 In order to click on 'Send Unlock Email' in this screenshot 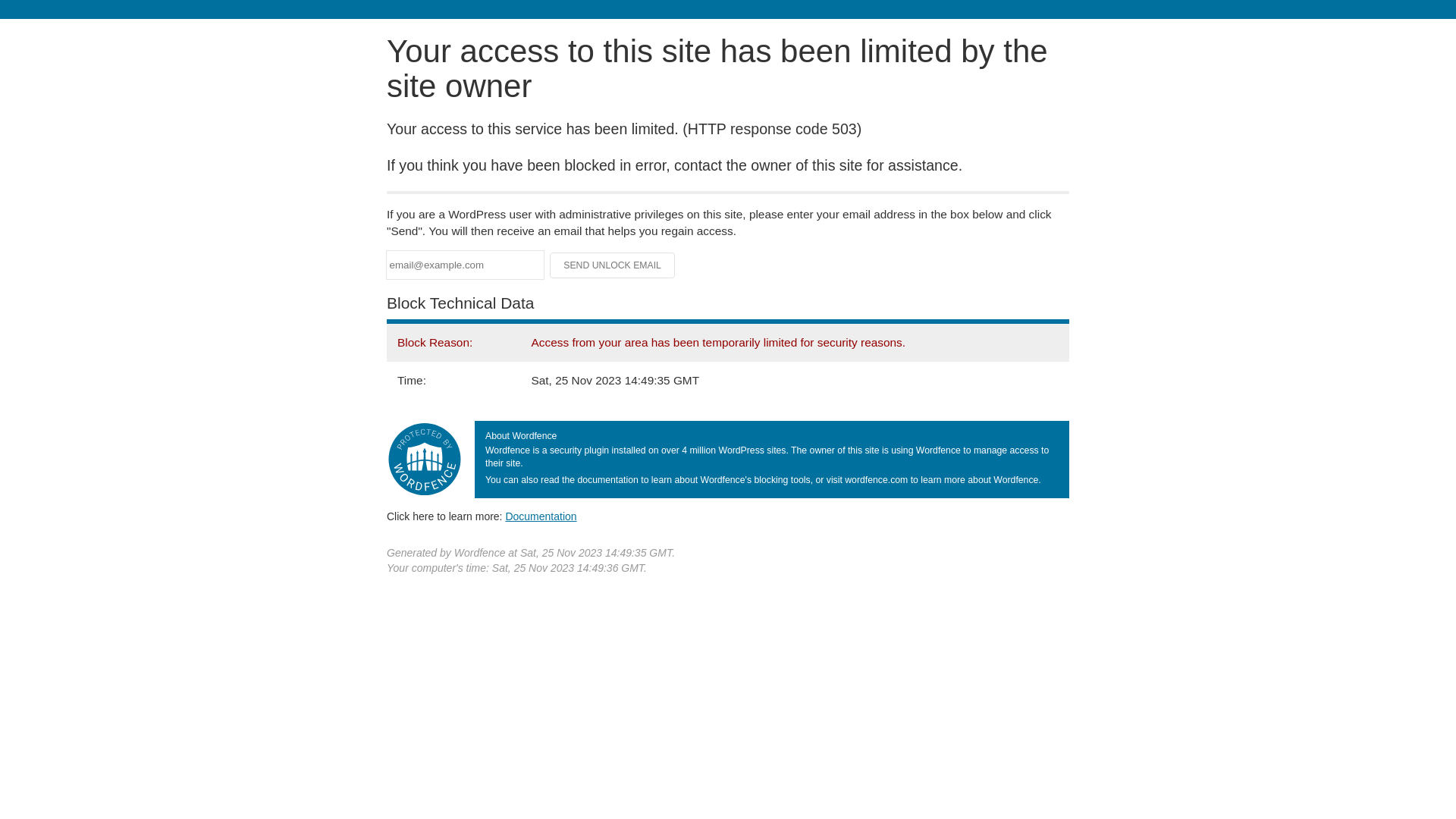, I will do `click(612, 265)`.